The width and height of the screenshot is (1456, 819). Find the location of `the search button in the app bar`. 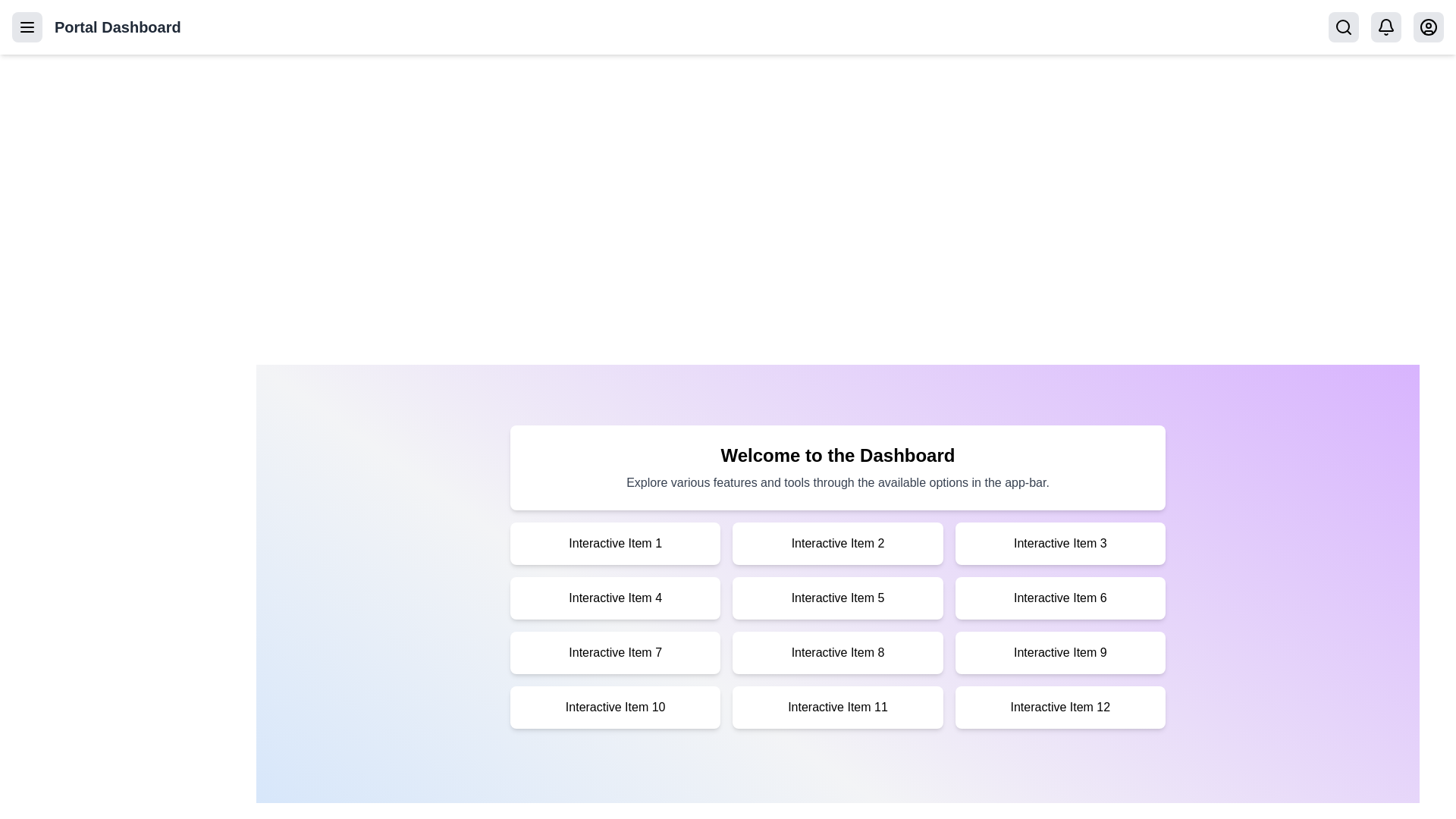

the search button in the app bar is located at coordinates (1343, 27).